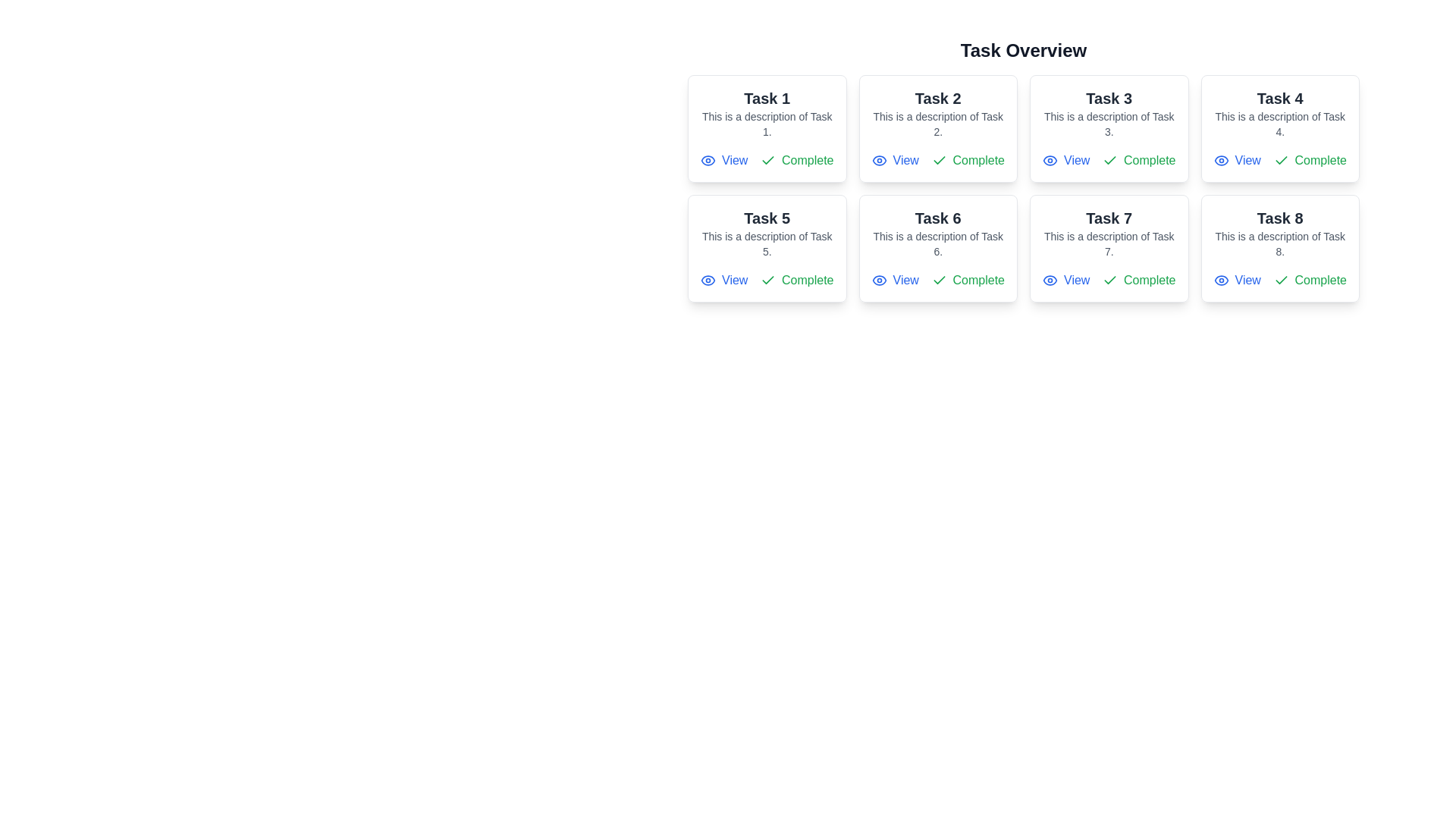  Describe the element at coordinates (937, 218) in the screenshot. I see `the text element that serves as the title for 'Task 6', located in the second row and second column of the grid layout` at that location.